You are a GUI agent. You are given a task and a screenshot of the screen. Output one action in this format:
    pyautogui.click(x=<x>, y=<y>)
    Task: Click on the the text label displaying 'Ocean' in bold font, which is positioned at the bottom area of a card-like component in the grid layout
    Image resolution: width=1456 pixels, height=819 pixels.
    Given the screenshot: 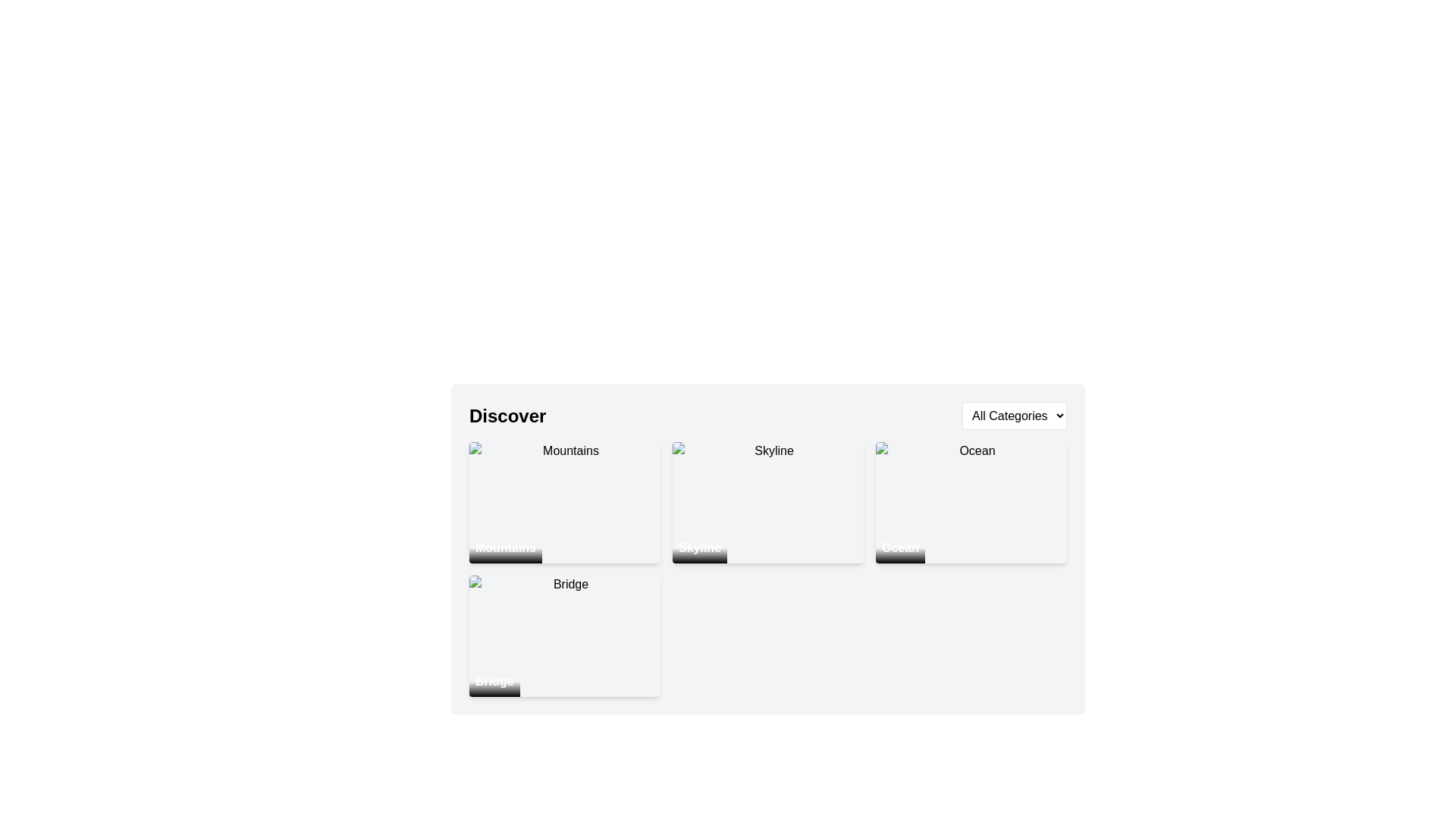 What is the action you would take?
    pyautogui.click(x=900, y=548)
    